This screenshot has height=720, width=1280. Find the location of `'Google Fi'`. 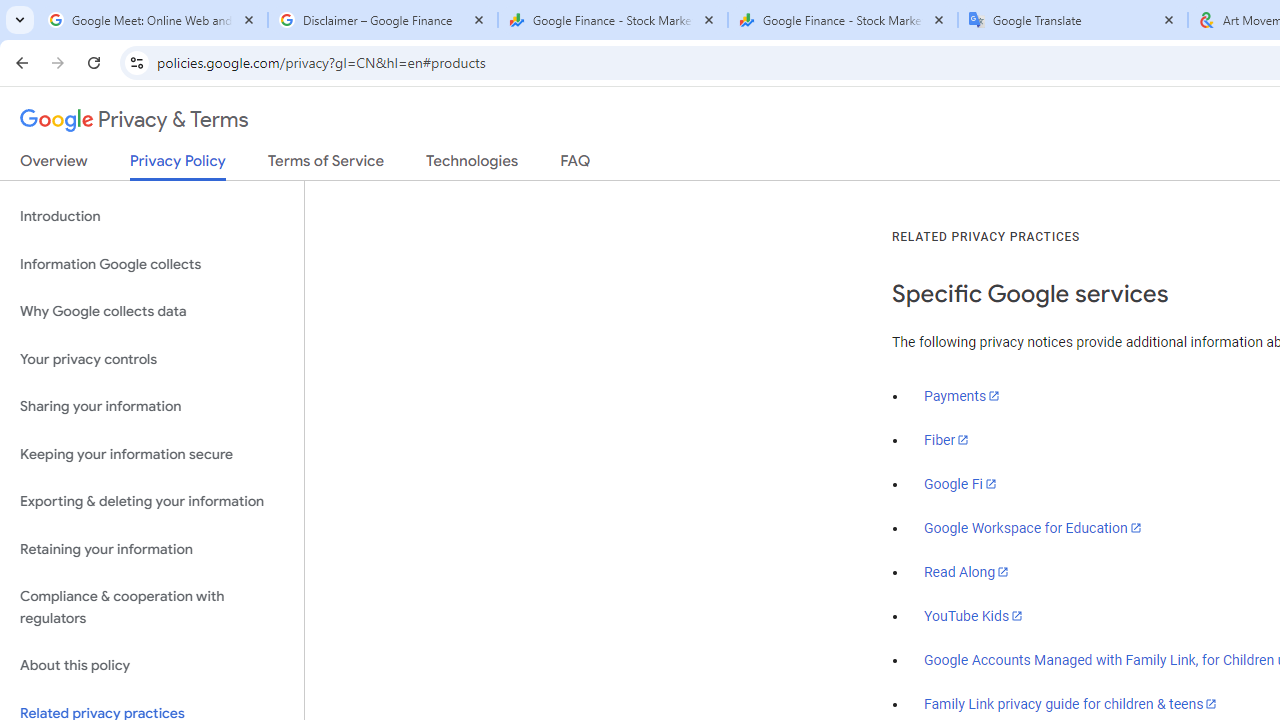

'Google Fi' is located at coordinates (960, 484).